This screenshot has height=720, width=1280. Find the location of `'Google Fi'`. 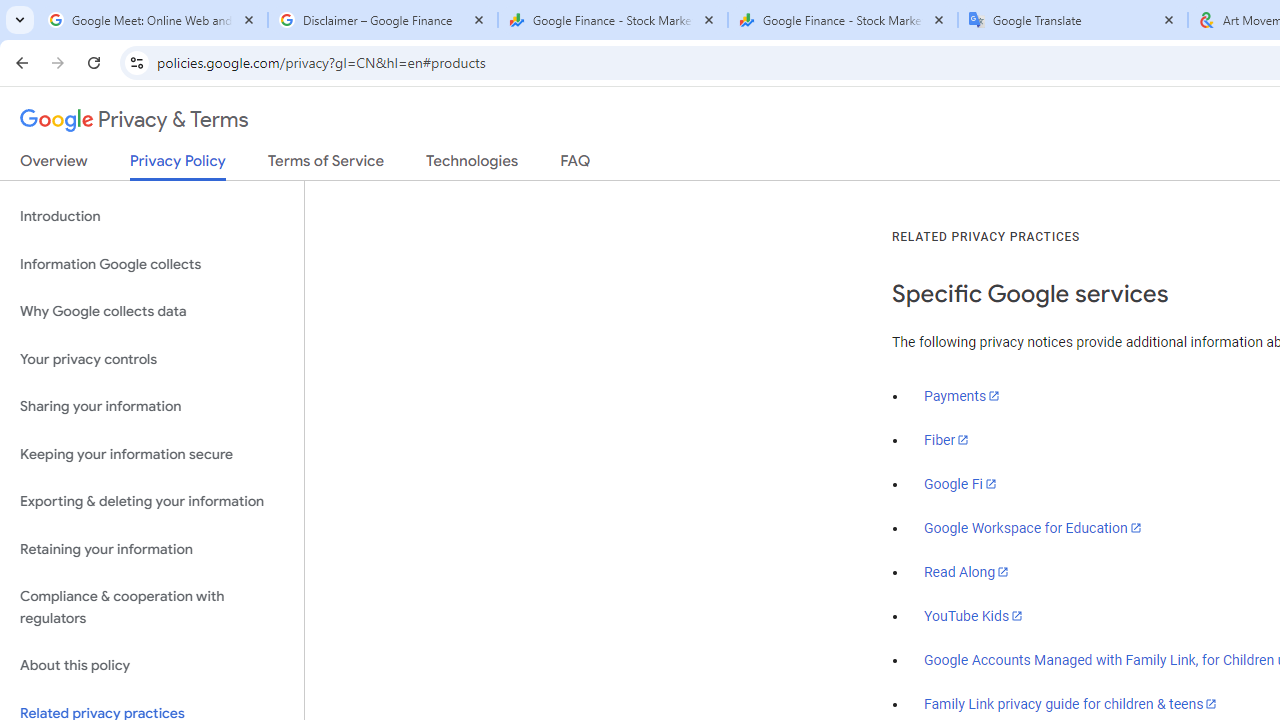

'Google Fi' is located at coordinates (960, 484).